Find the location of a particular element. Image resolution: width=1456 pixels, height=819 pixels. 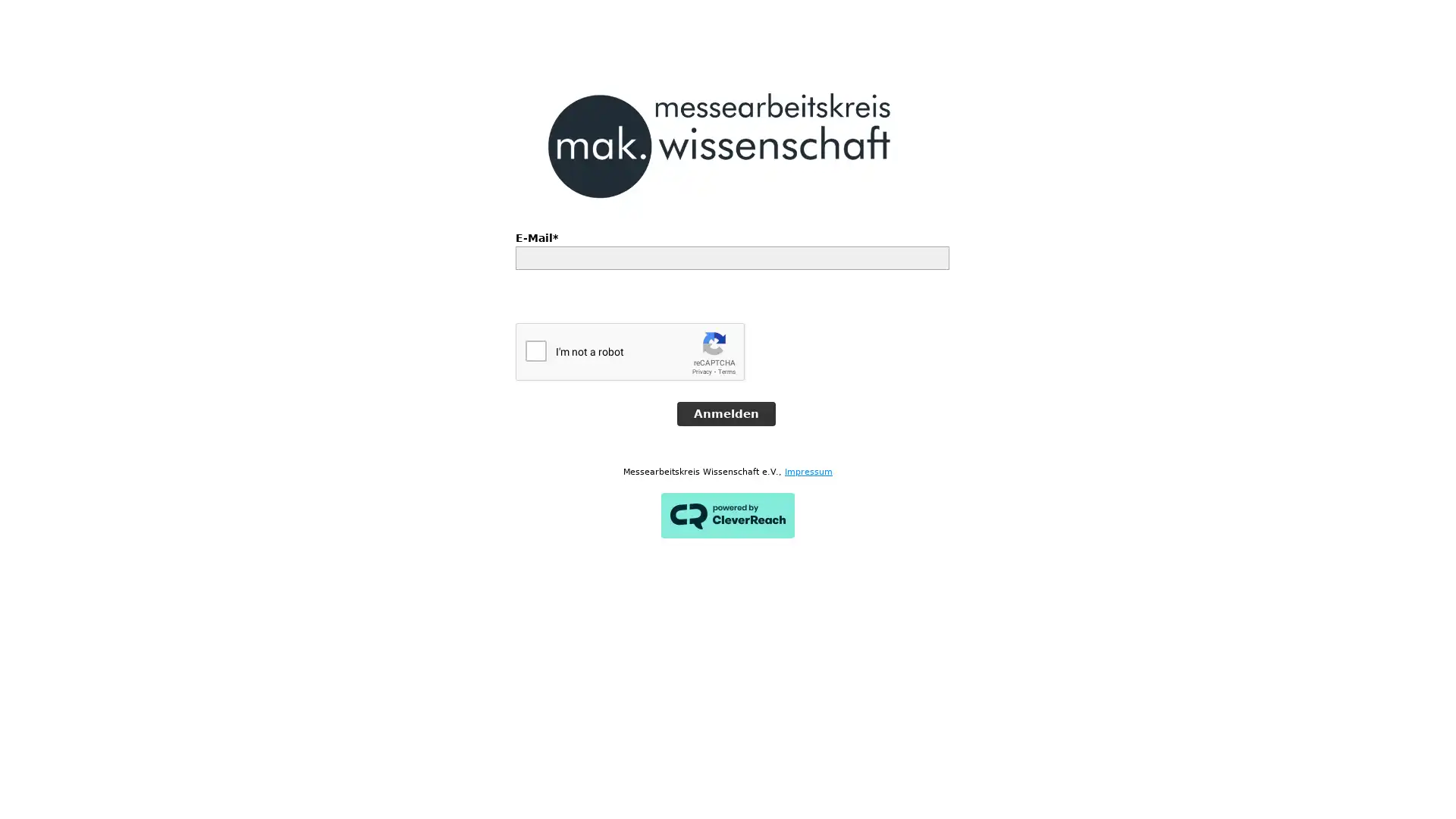

Anmelden is located at coordinates (724, 414).